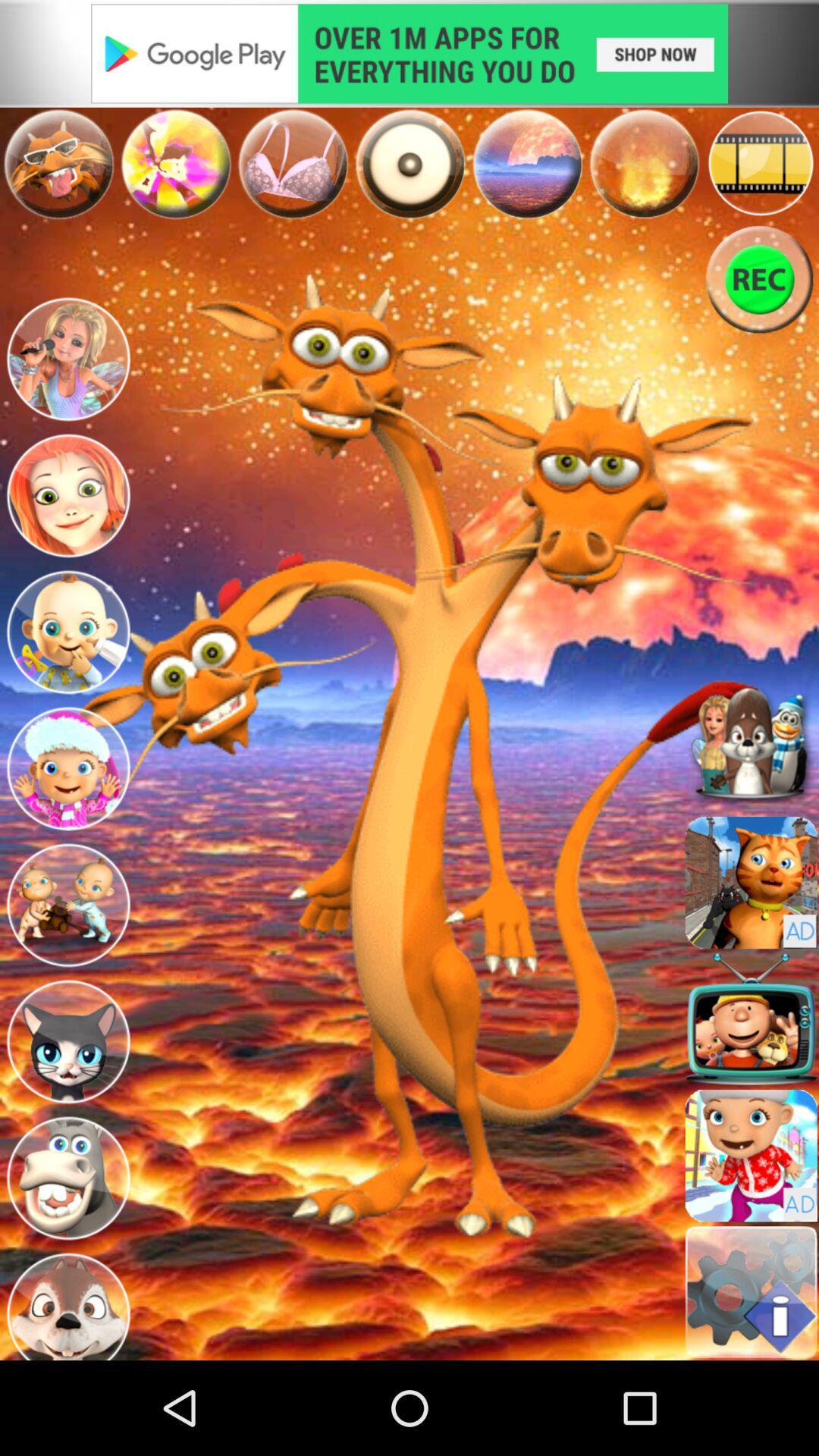 This screenshot has width=819, height=1456. What do you see at coordinates (67, 1040) in the screenshot?
I see `character` at bounding box center [67, 1040].